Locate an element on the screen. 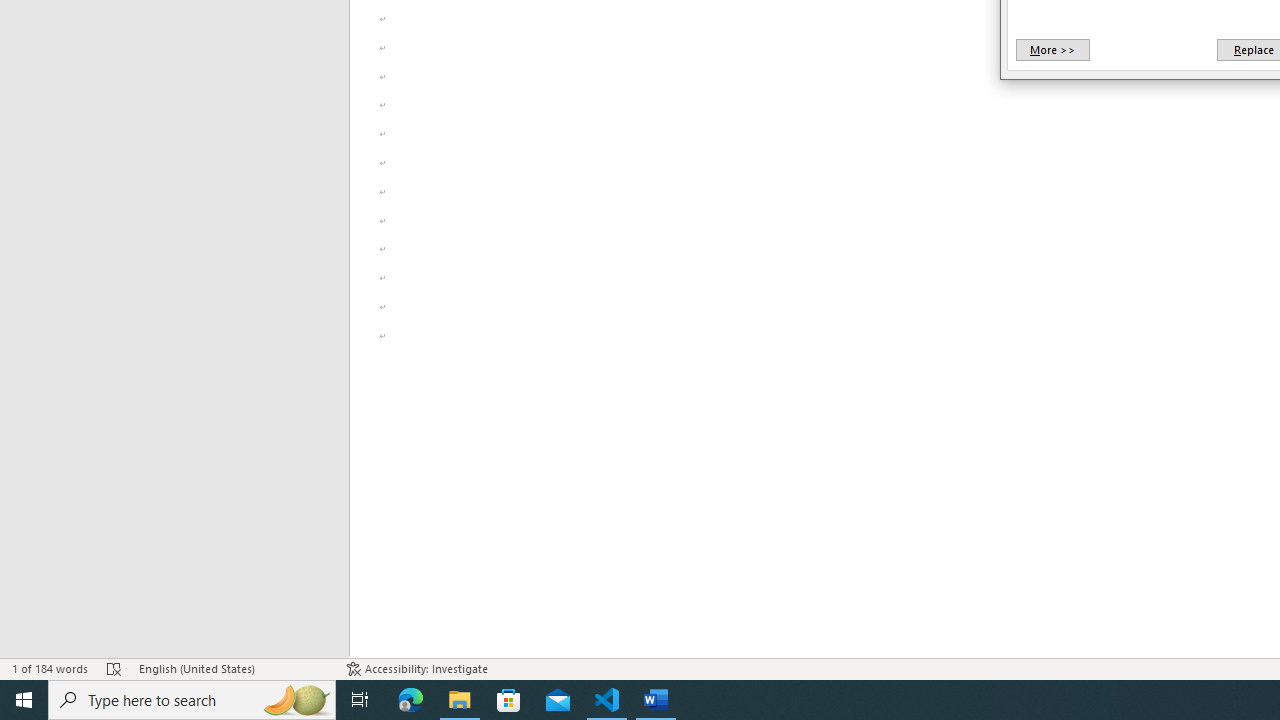  'Word - 1 running window' is located at coordinates (656, 698).